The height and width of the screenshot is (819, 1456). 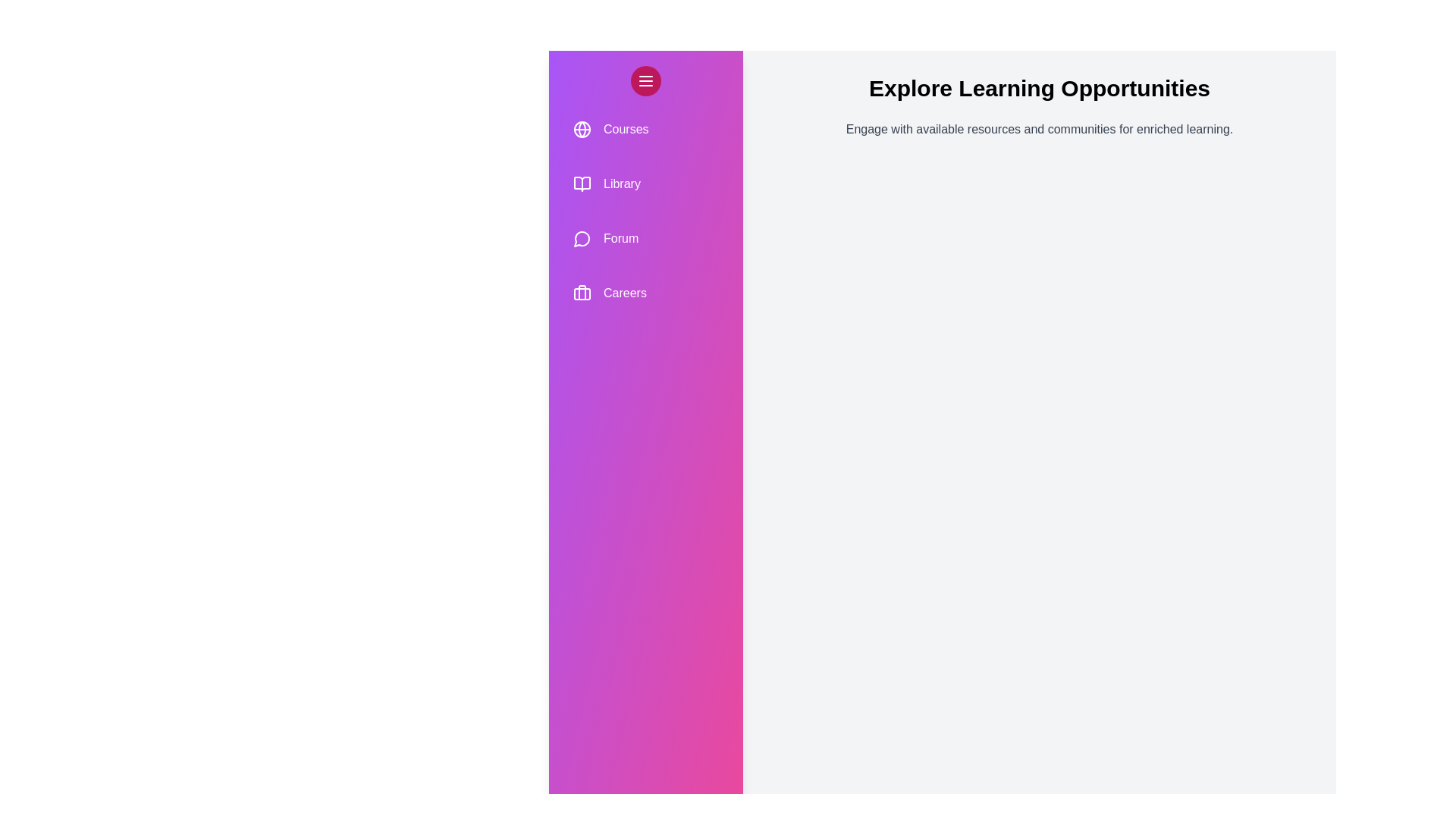 I want to click on the menu button to toggle the drawer state, so click(x=645, y=81).